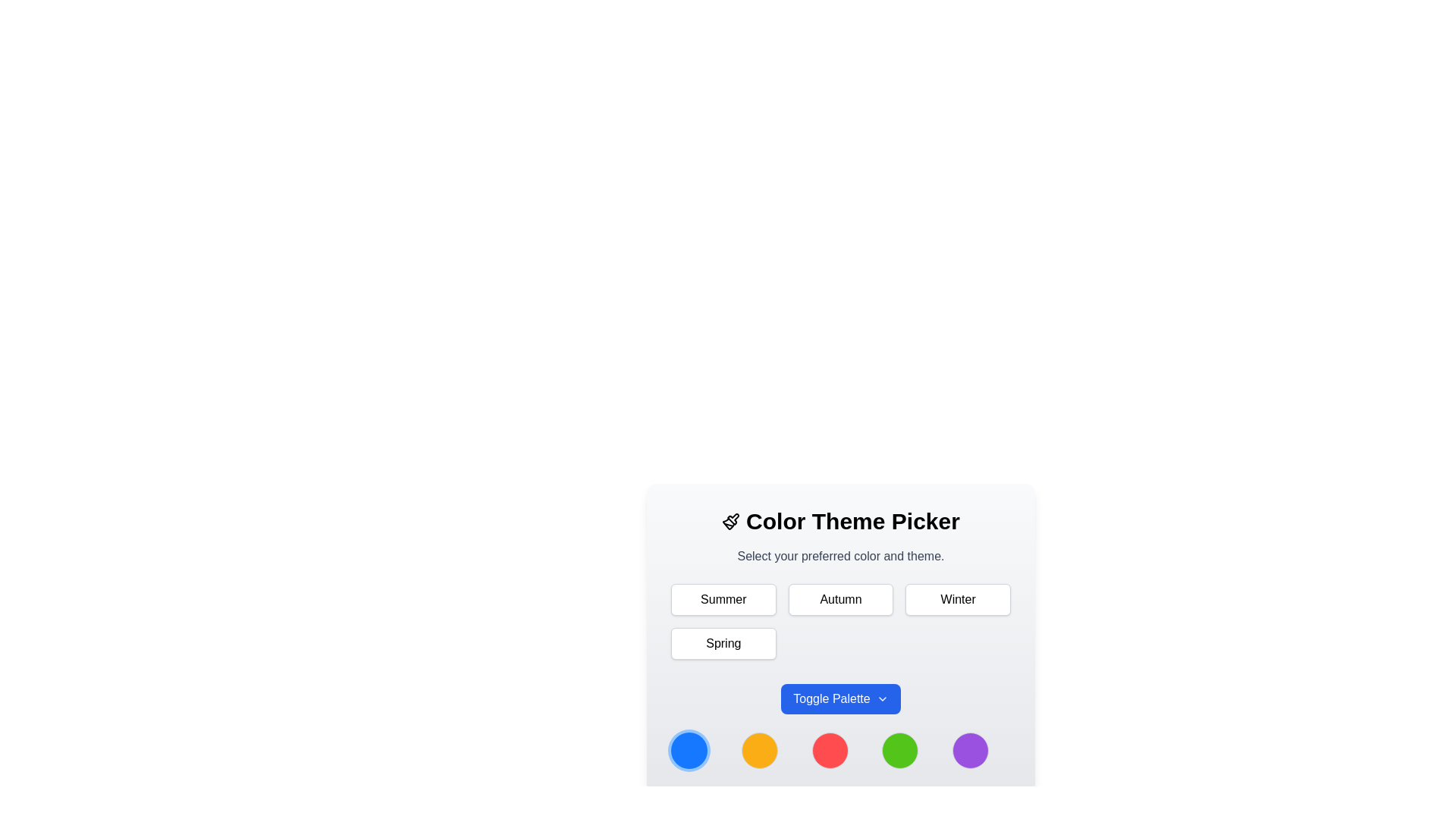  What do you see at coordinates (723, 643) in the screenshot?
I see `the 'Spring' button located in the bottom-left corner of a 2x2 grid layout` at bounding box center [723, 643].